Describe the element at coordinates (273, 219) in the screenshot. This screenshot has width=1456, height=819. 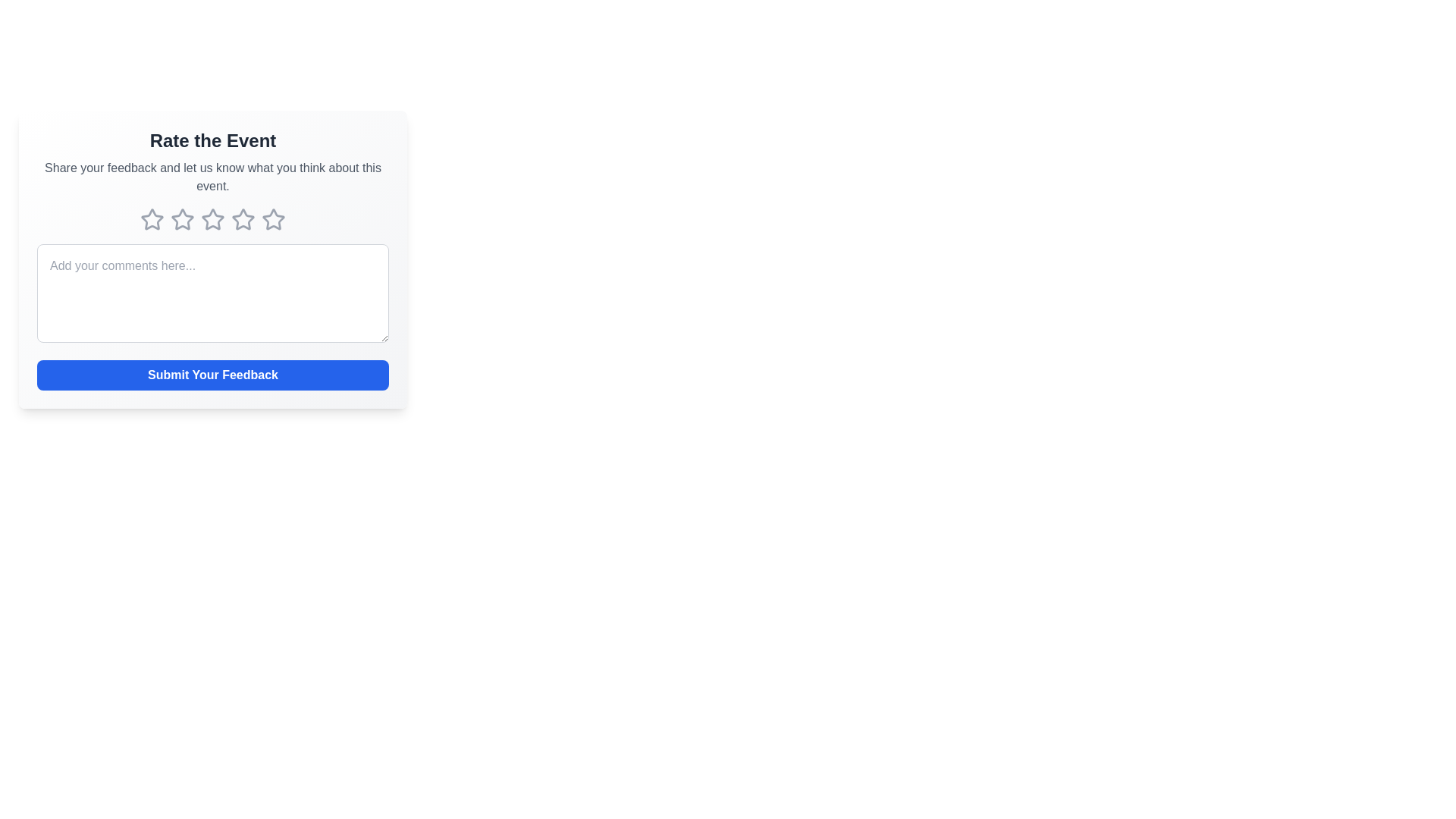
I see `the fifth star icon in the rating system` at that location.